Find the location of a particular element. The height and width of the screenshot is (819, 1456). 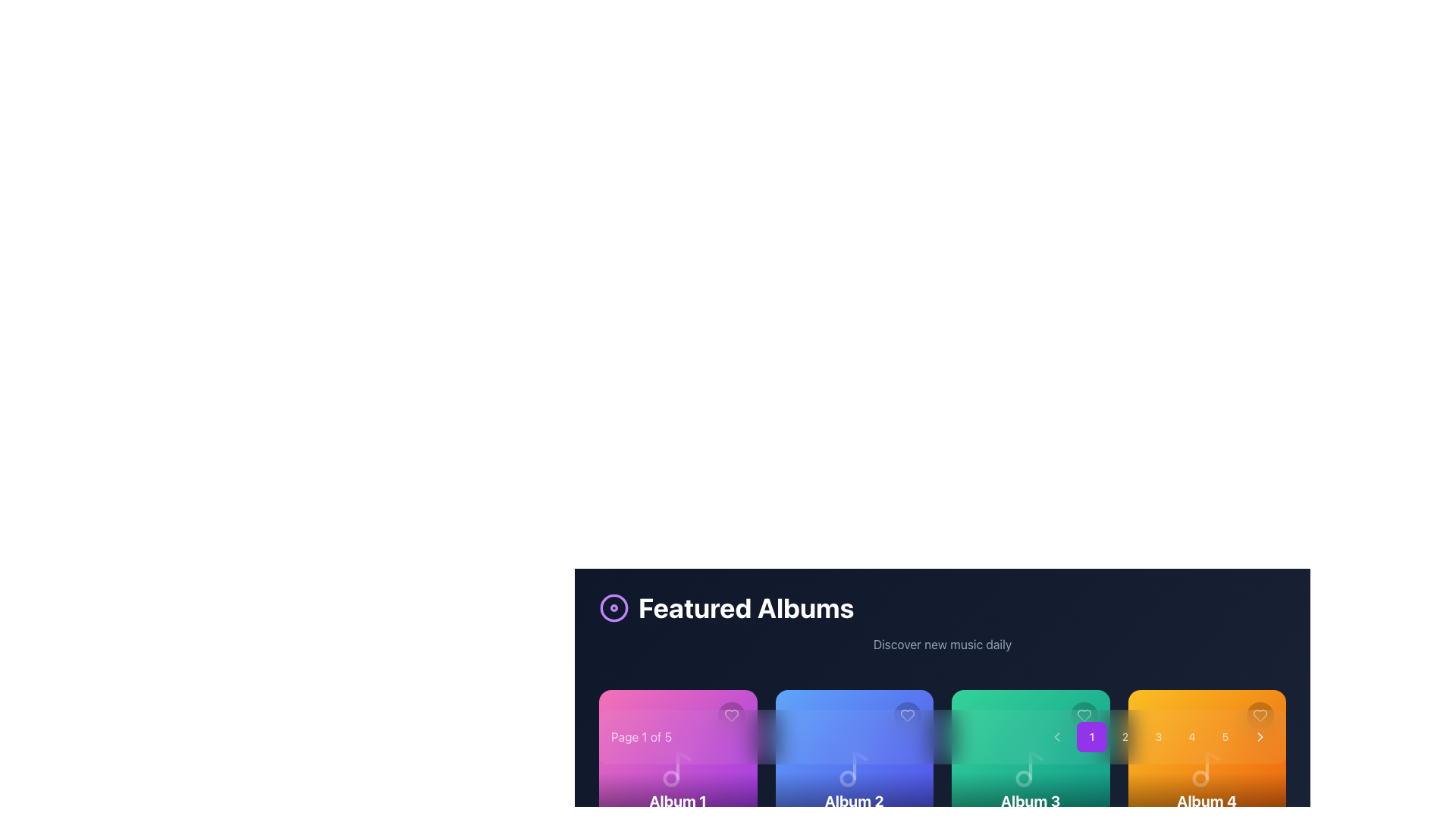

the third button in the pagination system located at the bottom center of the interface is located at coordinates (1157, 736).